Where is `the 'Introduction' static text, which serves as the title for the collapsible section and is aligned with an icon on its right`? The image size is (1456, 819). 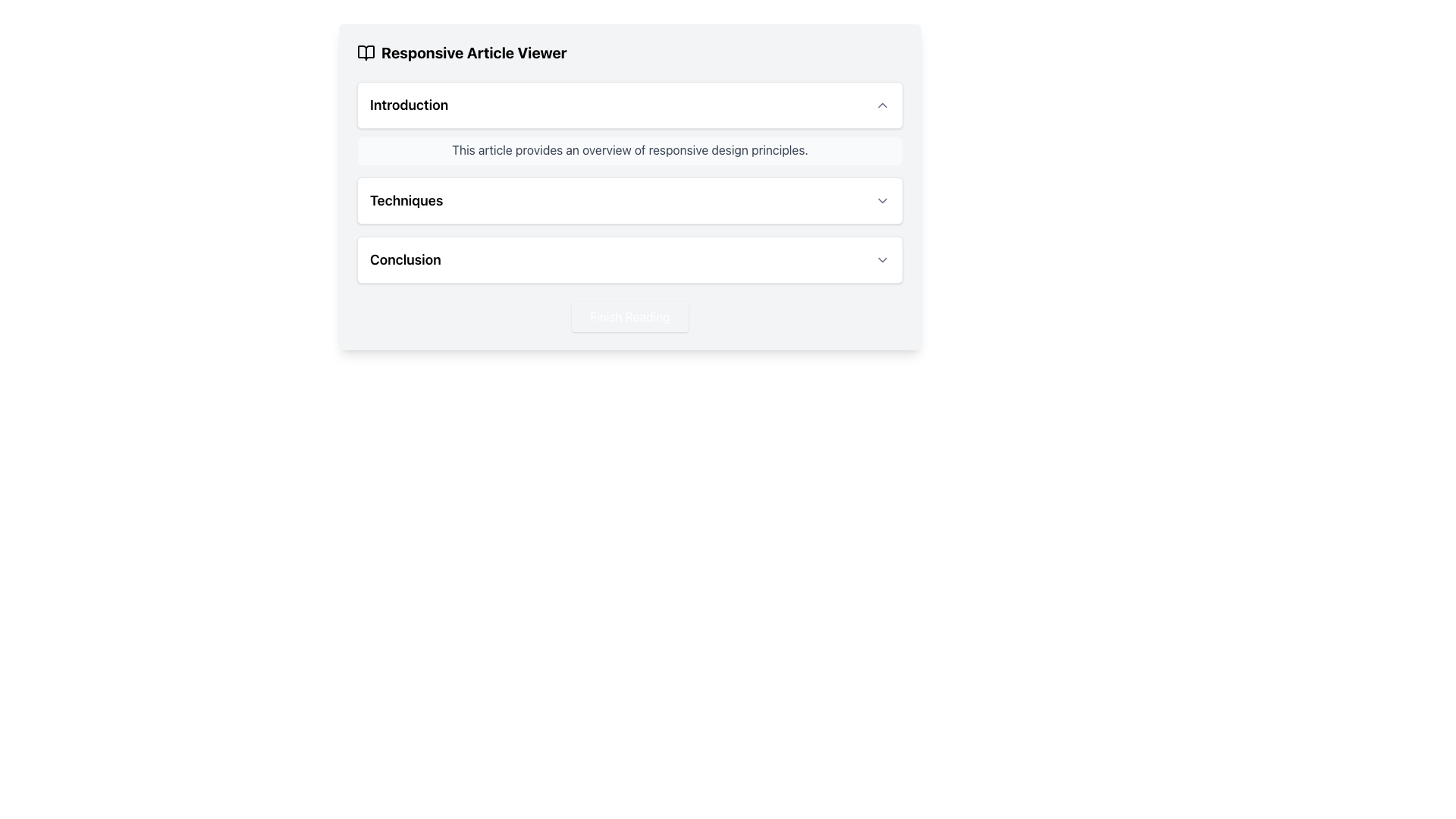 the 'Introduction' static text, which serves as the title for the collapsible section and is aligned with an icon on its right is located at coordinates (409, 104).